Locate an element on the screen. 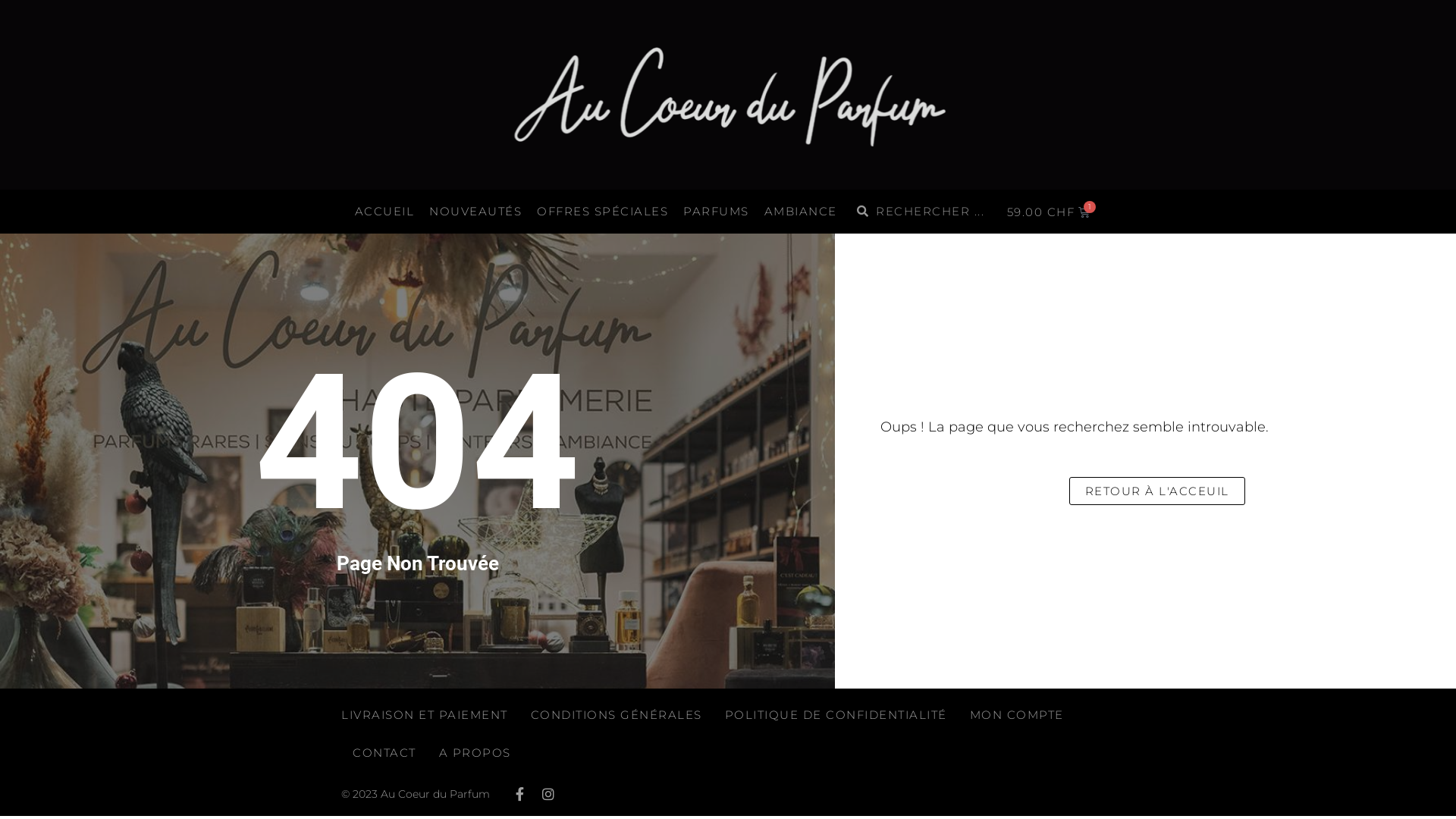  'A PROPOS' is located at coordinates (473, 752).